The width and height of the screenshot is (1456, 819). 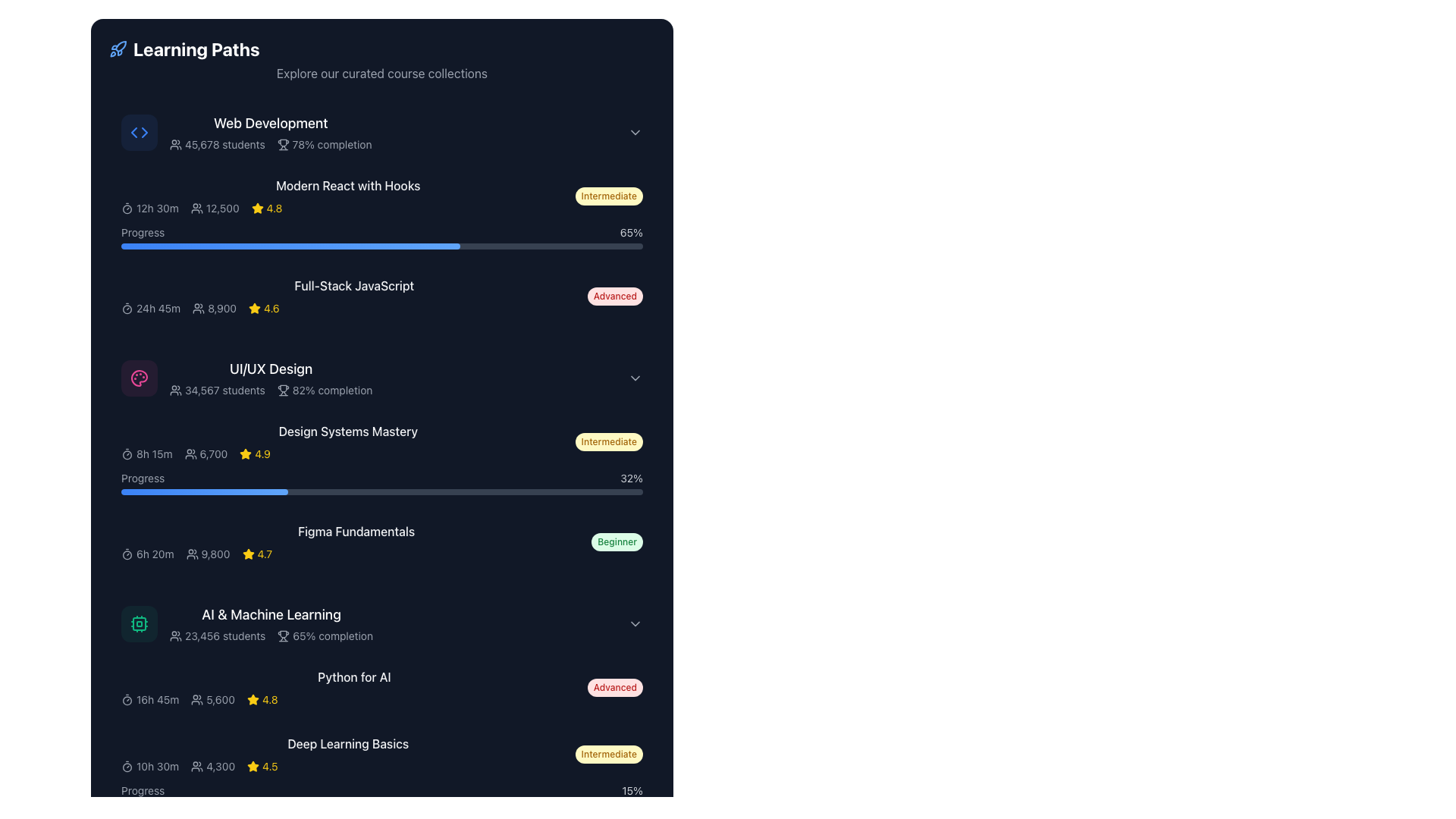 What do you see at coordinates (382, 687) in the screenshot?
I see `the course details card located in the 'AI & Machine Learning' section, specifically positioned below the 'Figma Fundamentals' course and above the 'Deep Learning Basics' course` at bounding box center [382, 687].